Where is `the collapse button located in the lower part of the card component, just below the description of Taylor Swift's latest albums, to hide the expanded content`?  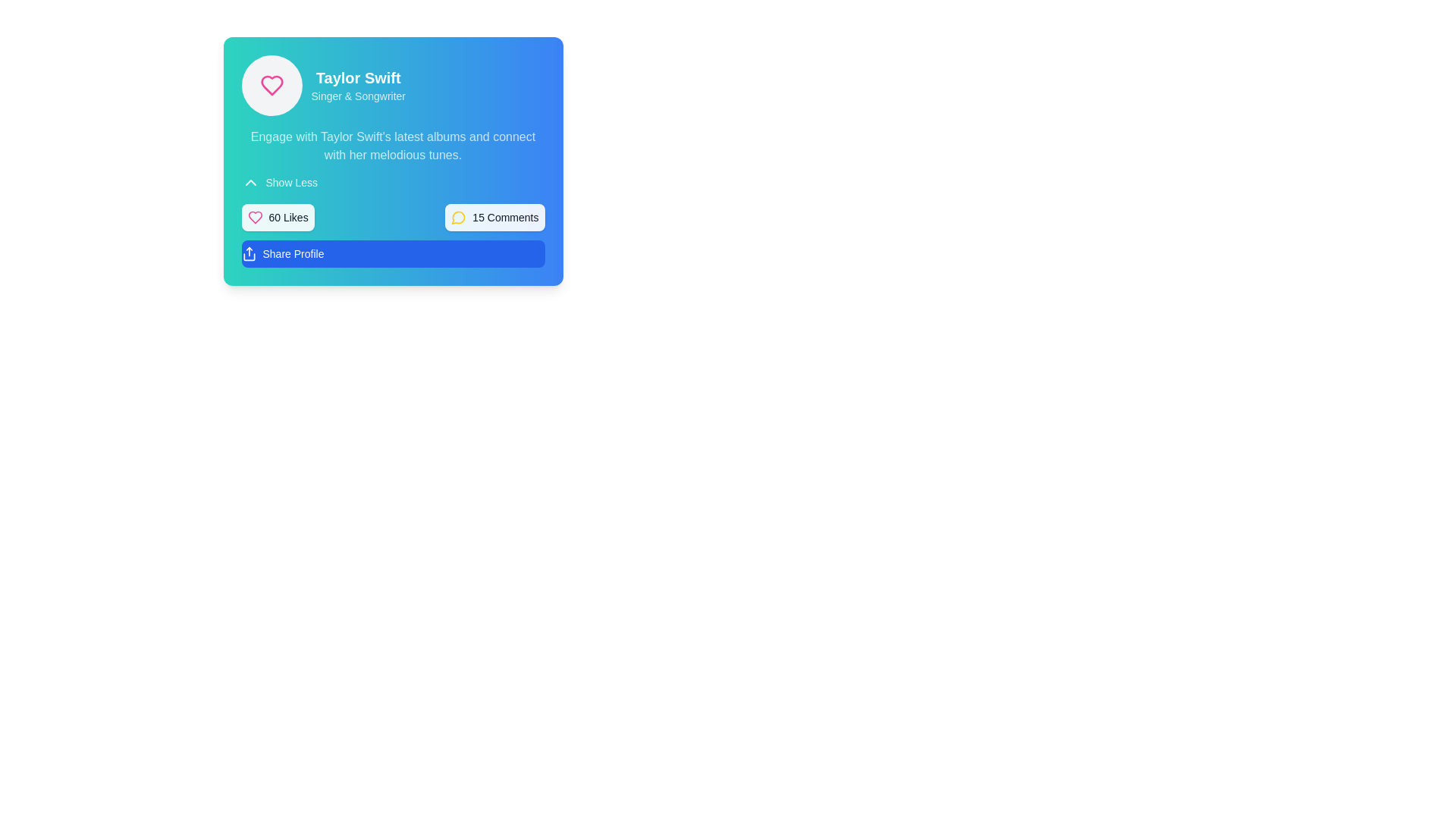
the collapse button located in the lower part of the card component, just below the description of Taylor Swift's latest albums, to hide the expanded content is located at coordinates (279, 181).